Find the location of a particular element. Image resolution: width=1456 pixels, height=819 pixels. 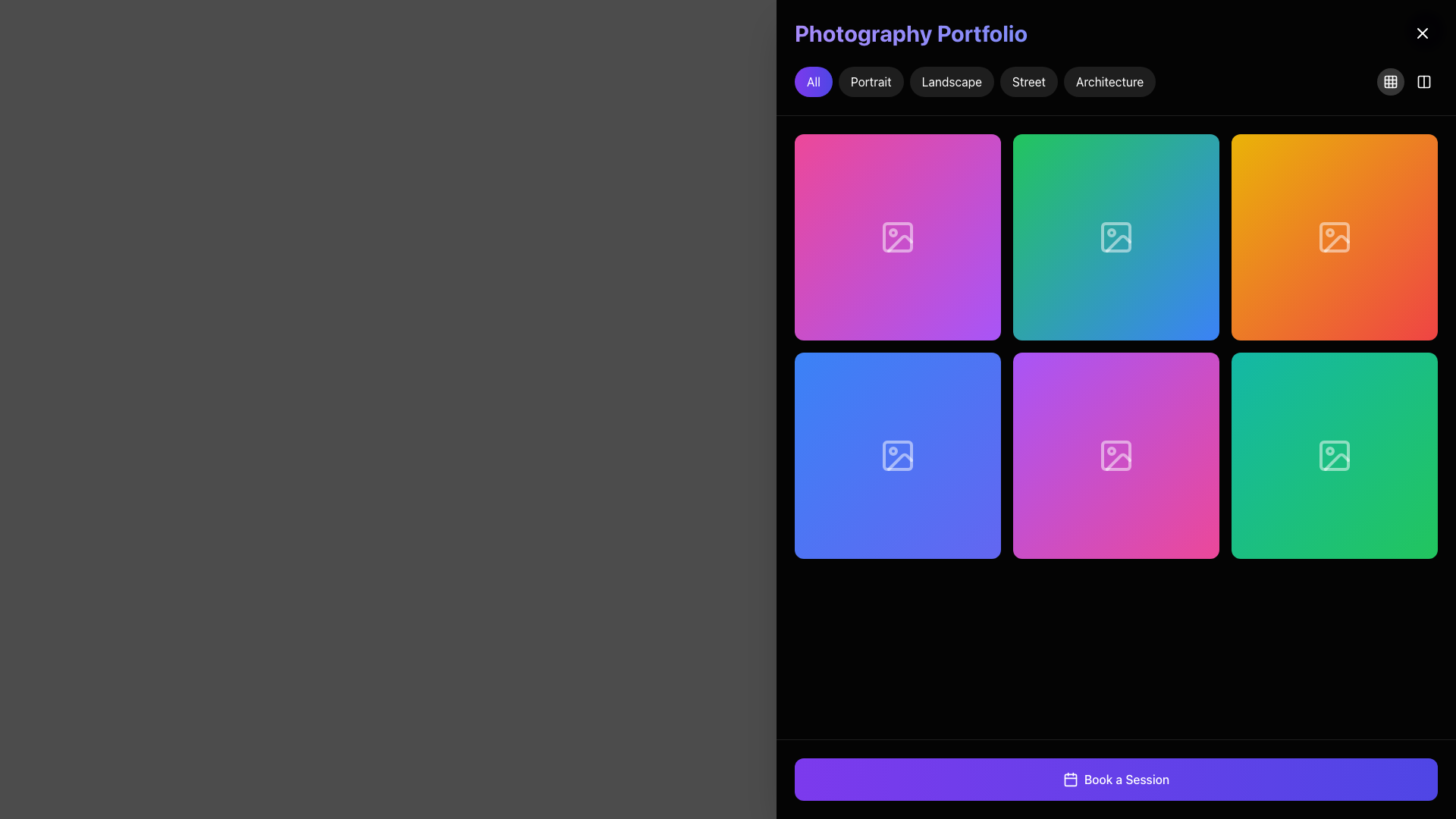

the central square of the grid layout icon, which is a small rectangular shape with rounded corners, located at the top-right corner of the interface is located at coordinates (1390, 82).